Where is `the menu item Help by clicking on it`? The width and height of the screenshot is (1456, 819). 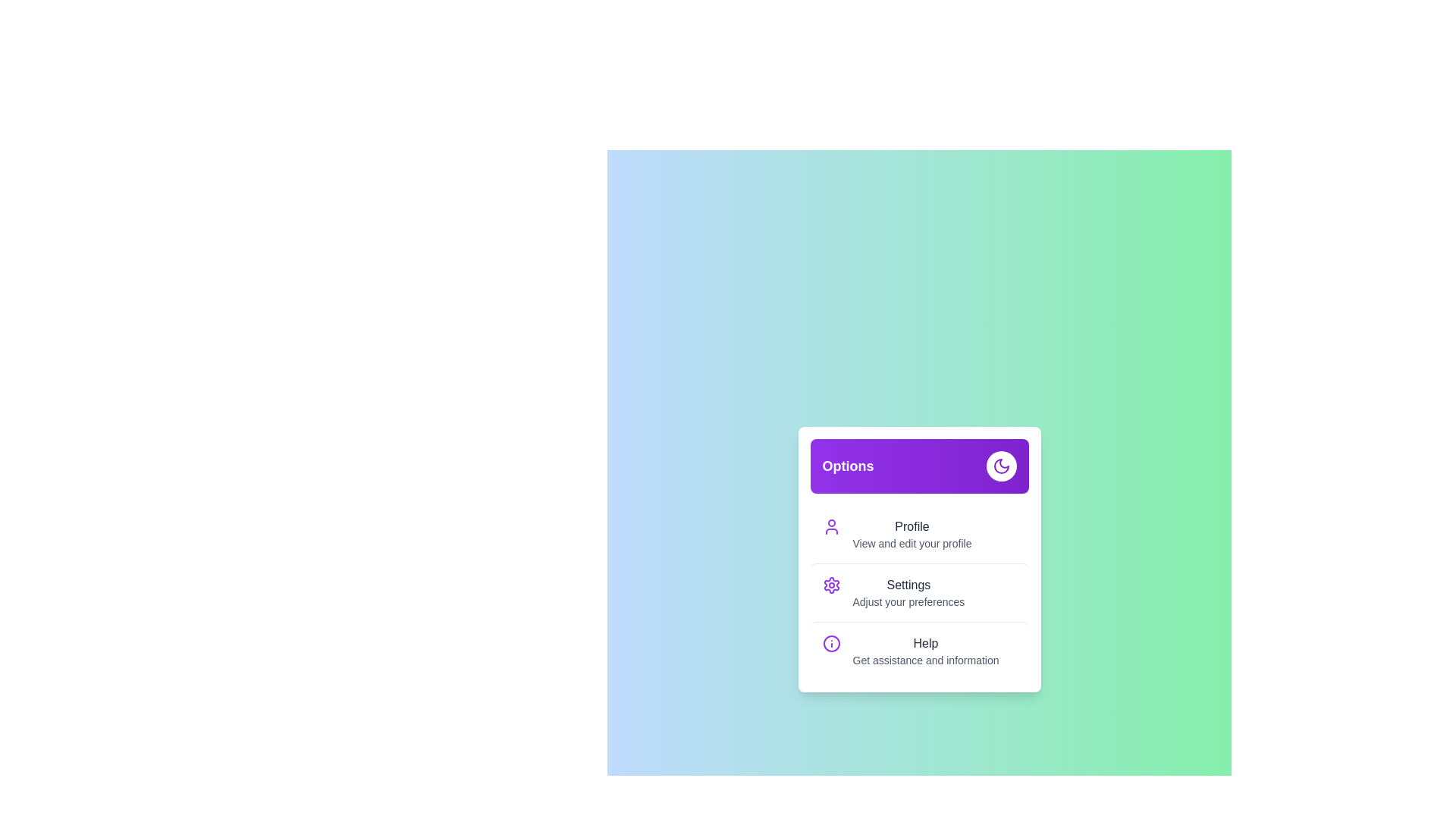 the menu item Help by clicking on it is located at coordinates (918, 650).